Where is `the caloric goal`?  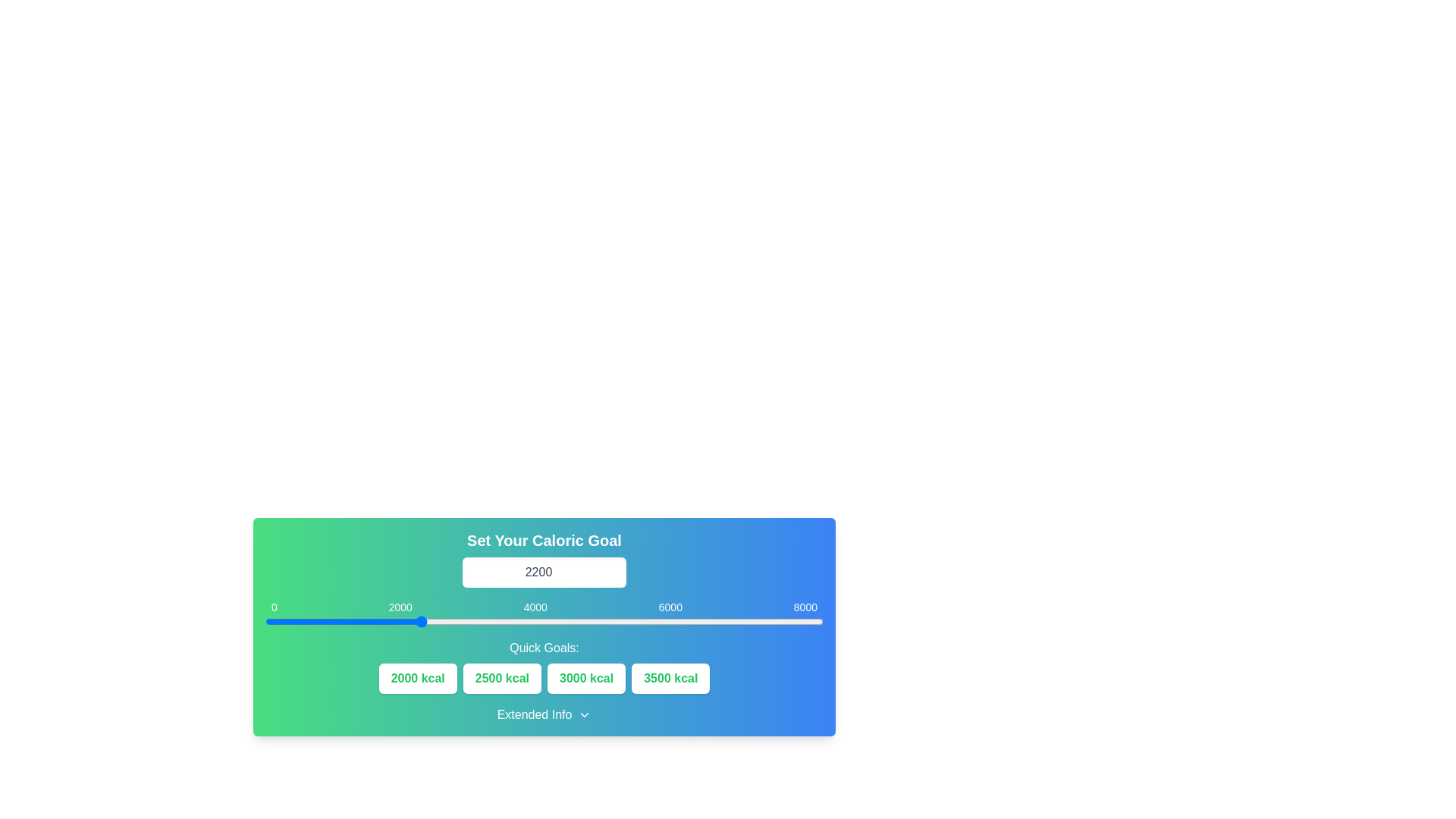
the caloric goal is located at coordinates (629, 622).